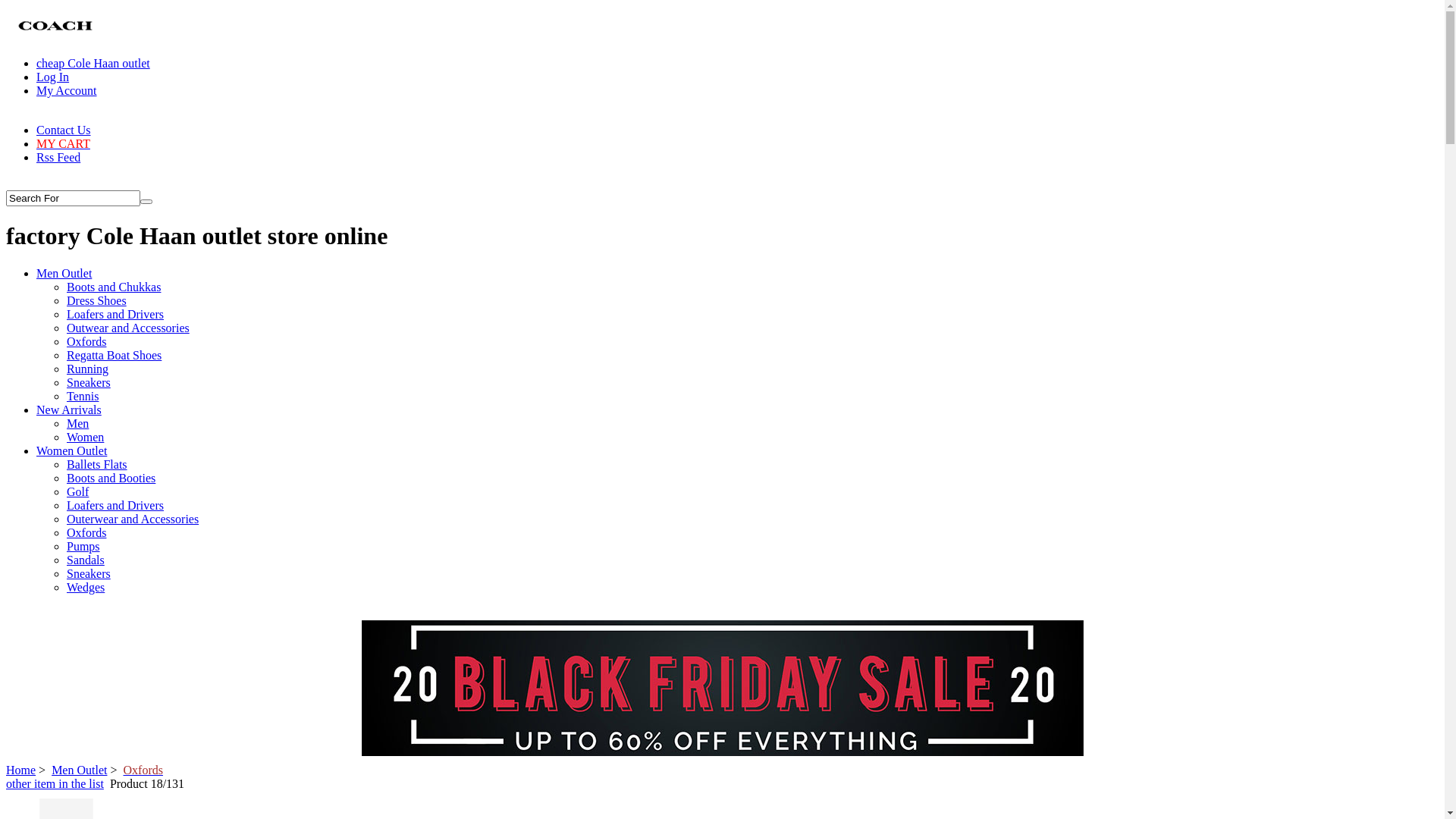 The width and height of the screenshot is (1456, 819). What do you see at coordinates (113, 355) in the screenshot?
I see `'Regatta Boat Shoes'` at bounding box center [113, 355].